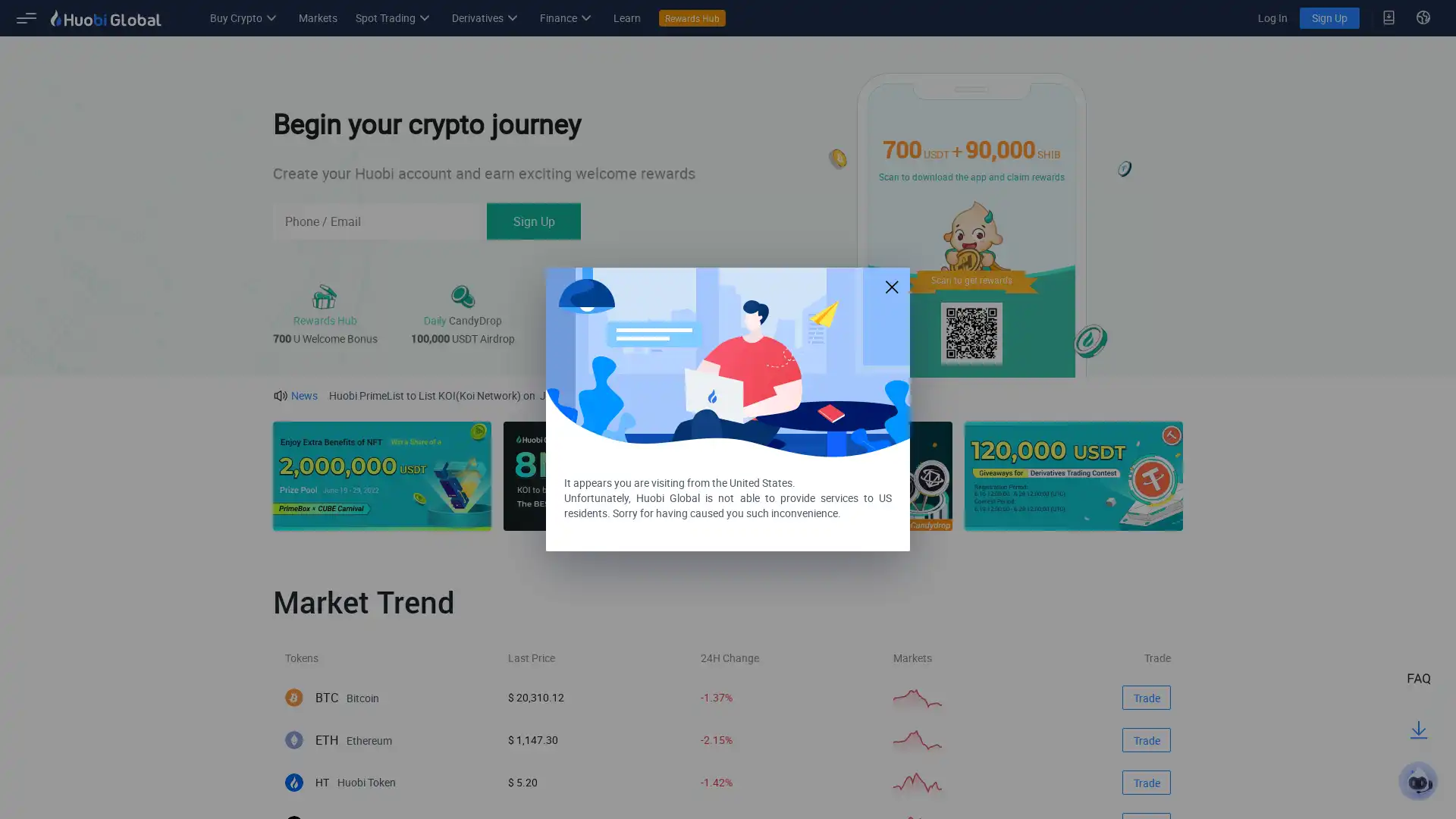  What do you see at coordinates (534, 221) in the screenshot?
I see `Sign Up` at bounding box center [534, 221].